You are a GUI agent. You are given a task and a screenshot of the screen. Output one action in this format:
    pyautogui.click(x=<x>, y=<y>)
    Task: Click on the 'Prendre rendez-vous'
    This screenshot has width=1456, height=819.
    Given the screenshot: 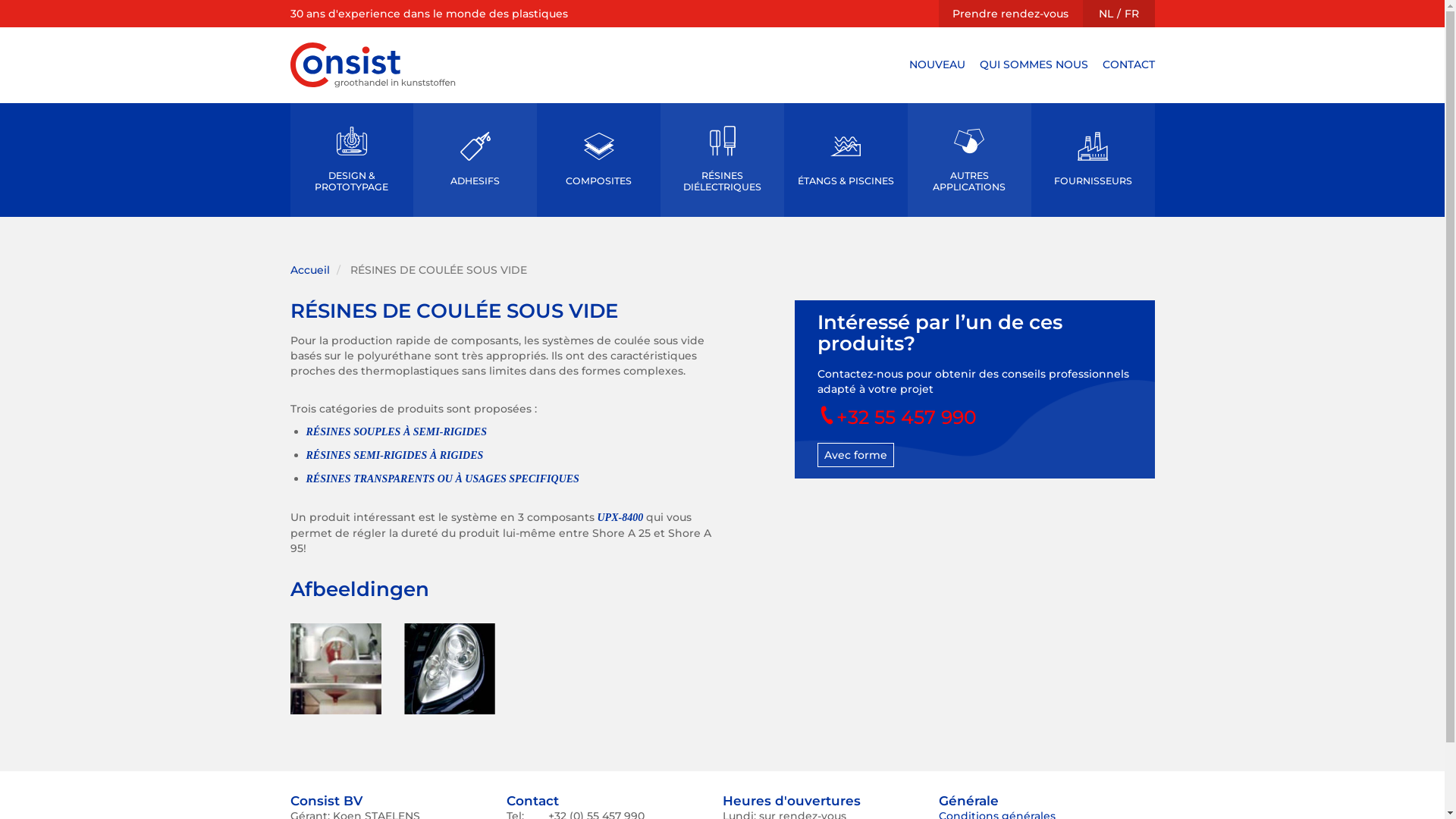 What is the action you would take?
    pyautogui.click(x=1010, y=14)
    